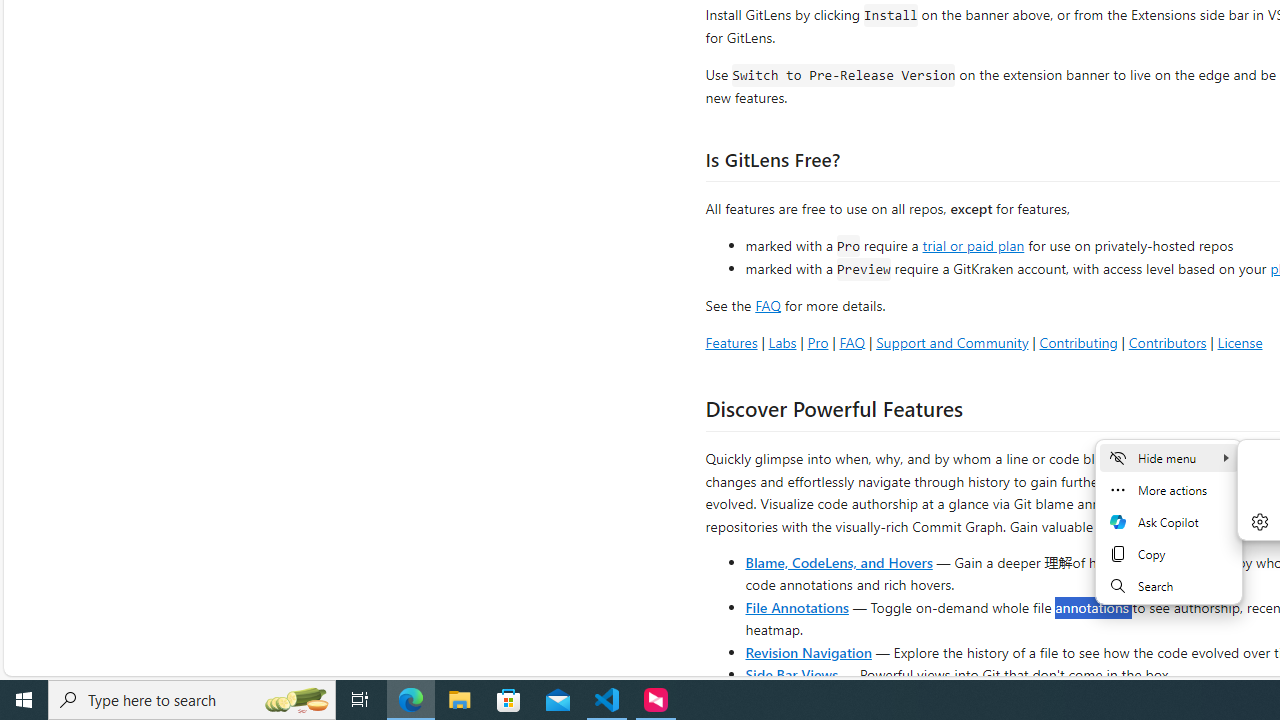 This screenshot has height=720, width=1280. What do you see at coordinates (1169, 533) in the screenshot?
I see `'Mini menu on text selection'` at bounding box center [1169, 533].